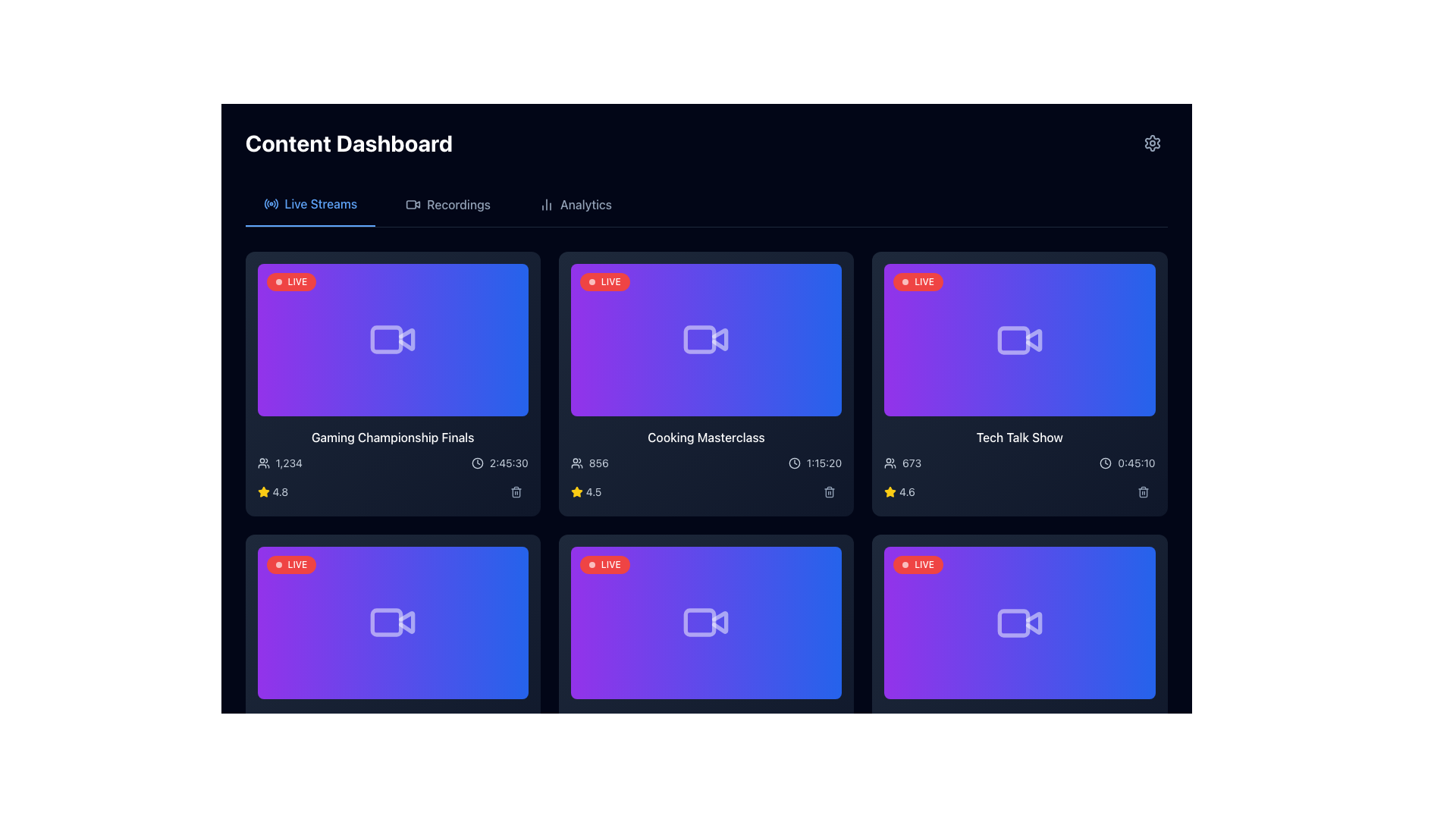 This screenshot has height=819, width=1456. What do you see at coordinates (502, 672) in the screenshot?
I see `the play button located in the bottom-right corner of the video thumbnail in the 'Live Streams' section` at bounding box center [502, 672].